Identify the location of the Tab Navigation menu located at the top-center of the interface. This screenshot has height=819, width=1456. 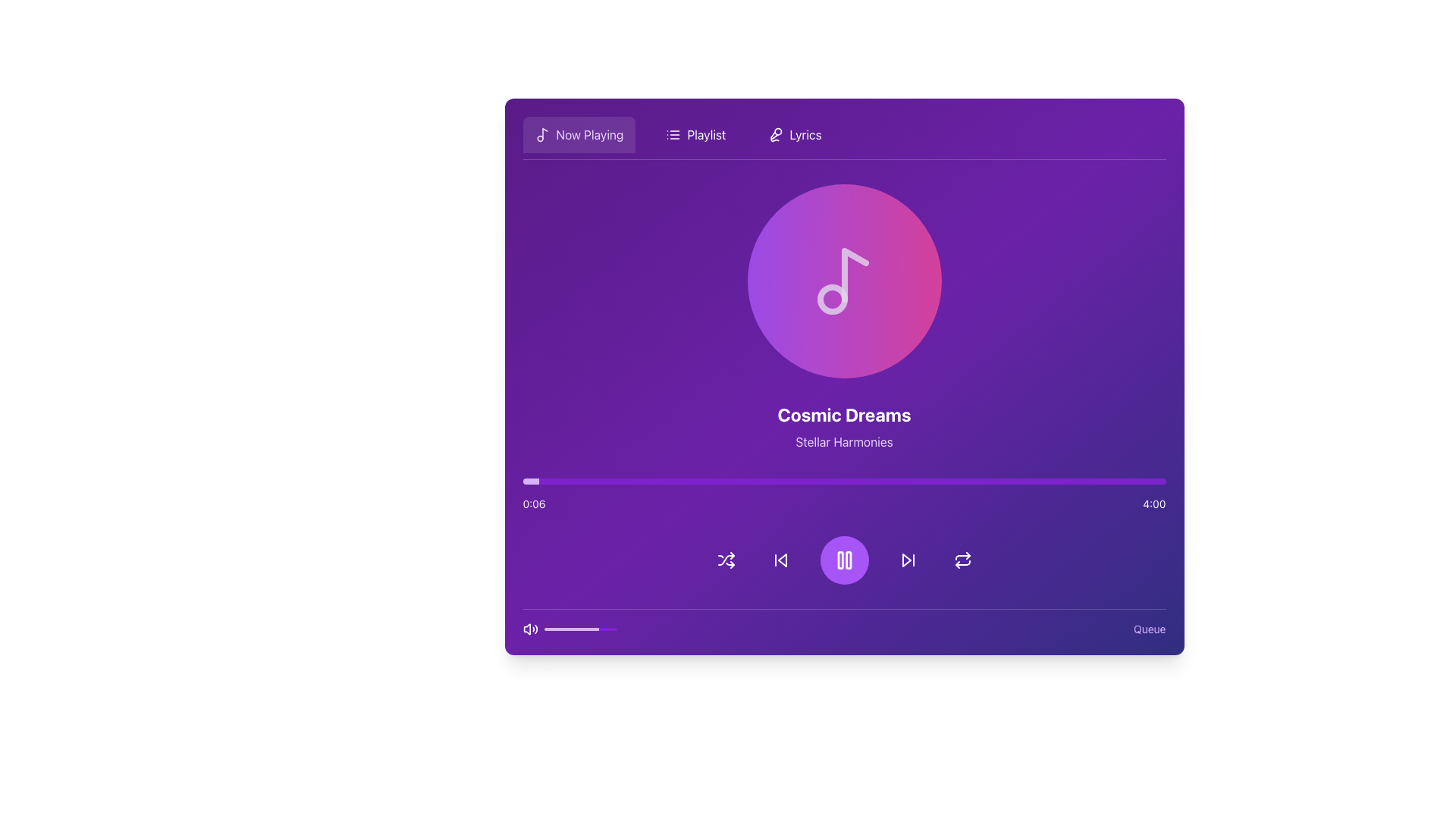
(843, 138).